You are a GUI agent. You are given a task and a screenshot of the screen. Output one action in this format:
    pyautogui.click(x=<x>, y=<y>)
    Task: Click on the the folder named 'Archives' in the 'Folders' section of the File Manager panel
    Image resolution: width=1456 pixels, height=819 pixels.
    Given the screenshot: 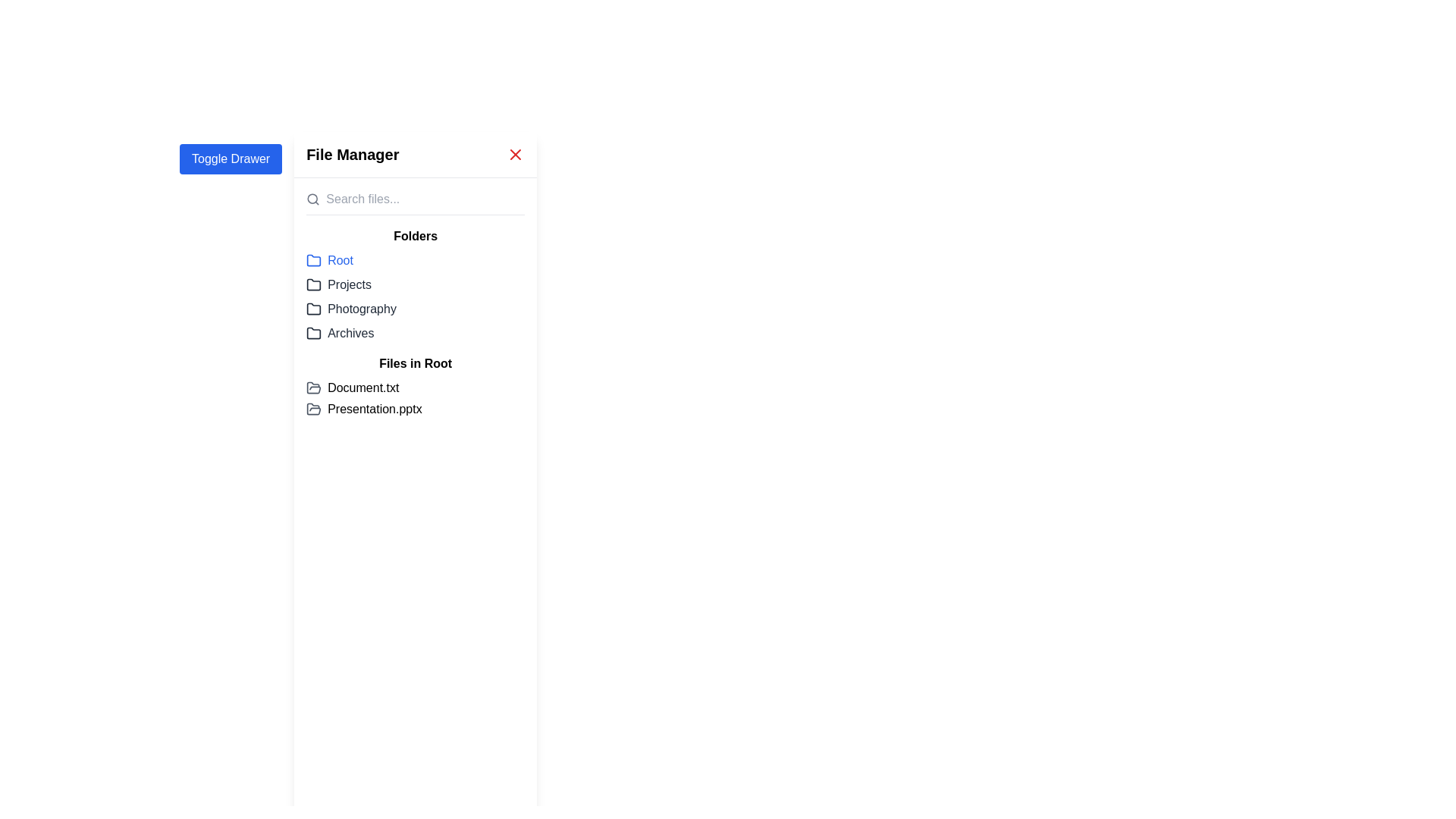 What is the action you would take?
    pyautogui.click(x=415, y=332)
    